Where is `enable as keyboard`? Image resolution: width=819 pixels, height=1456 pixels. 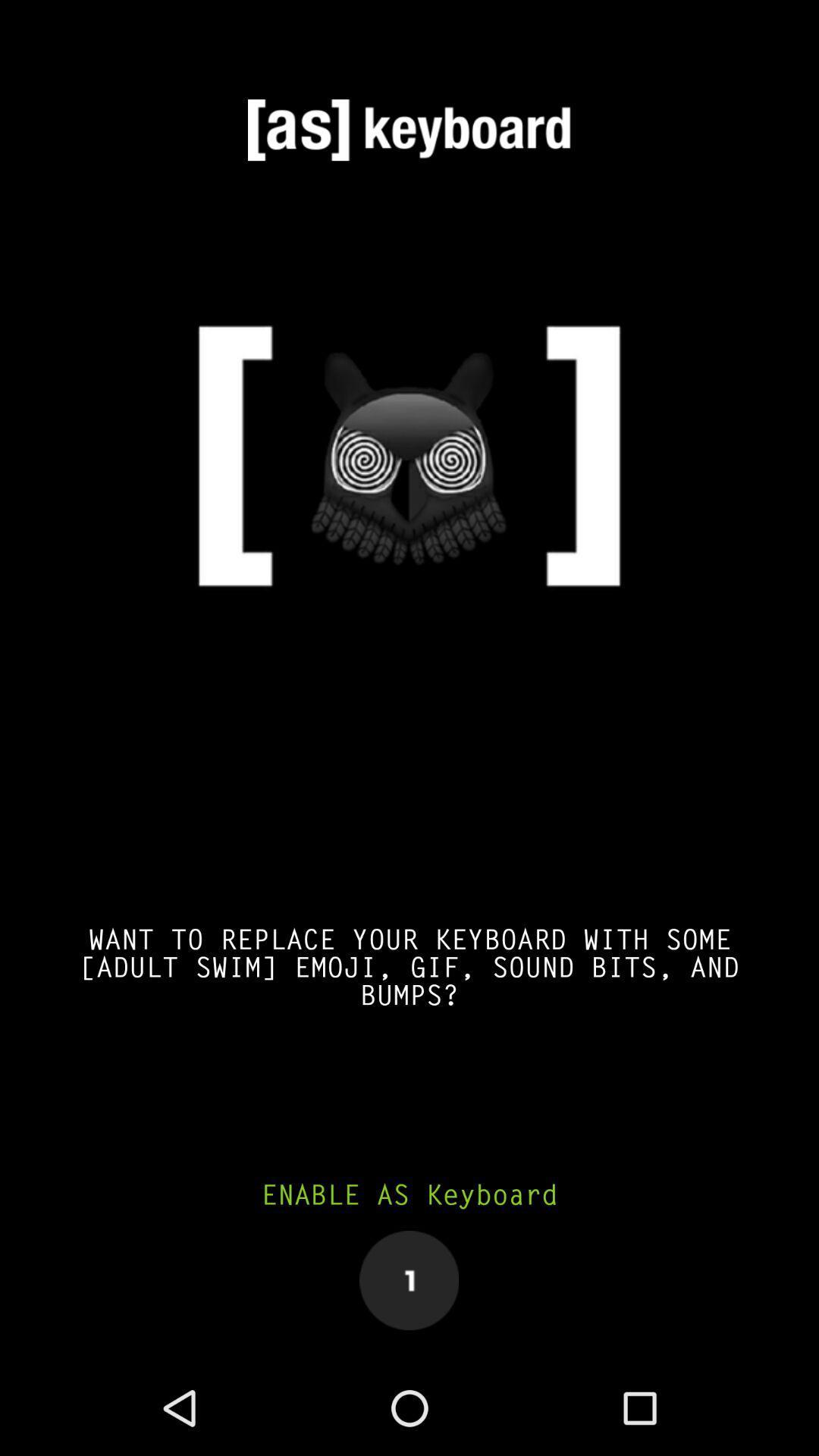 enable as keyboard is located at coordinates (409, 1194).